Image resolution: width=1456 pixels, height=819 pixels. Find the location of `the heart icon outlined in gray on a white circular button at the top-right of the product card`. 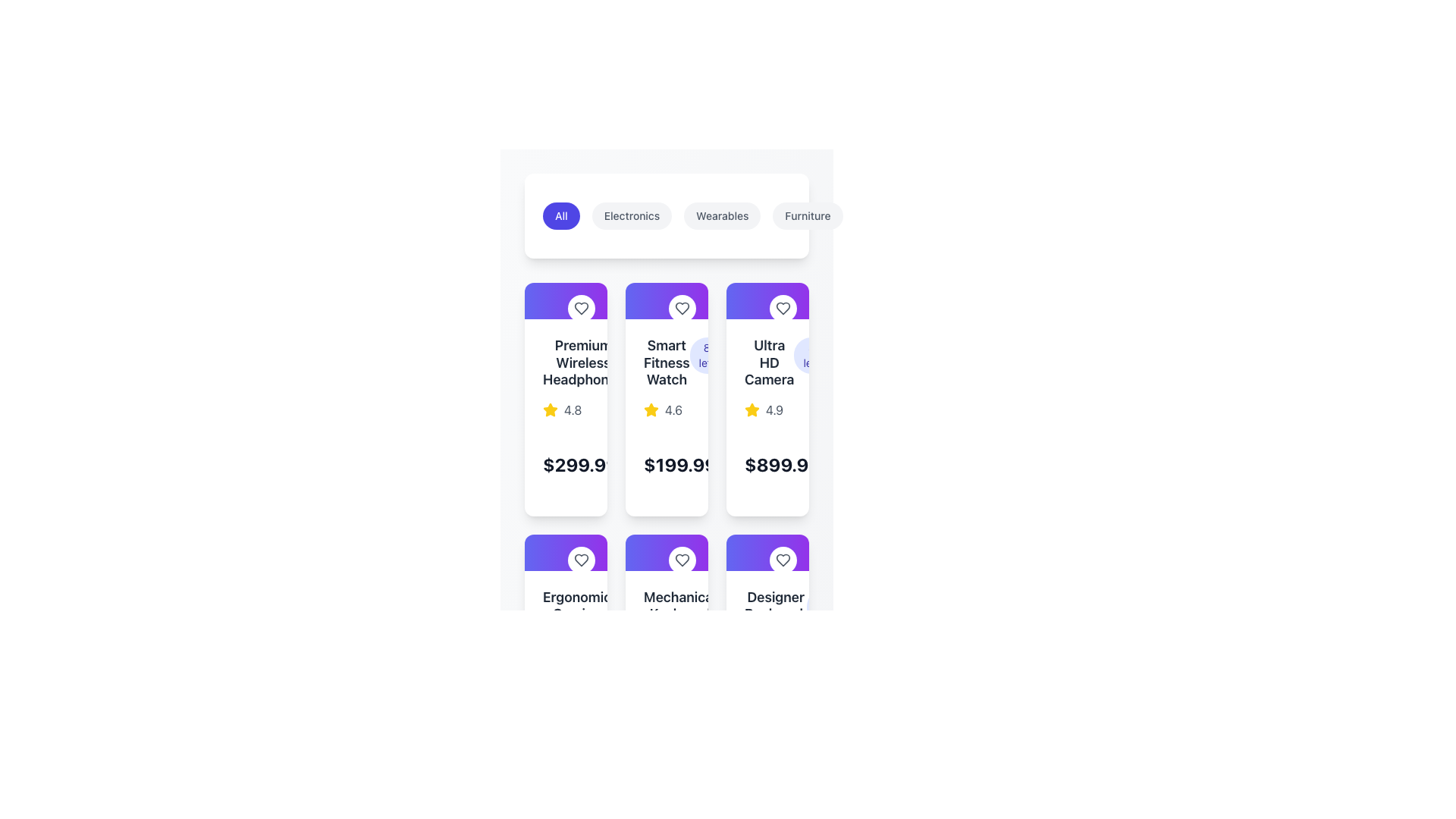

the heart icon outlined in gray on a white circular button at the top-right of the product card is located at coordinates (783, 560).